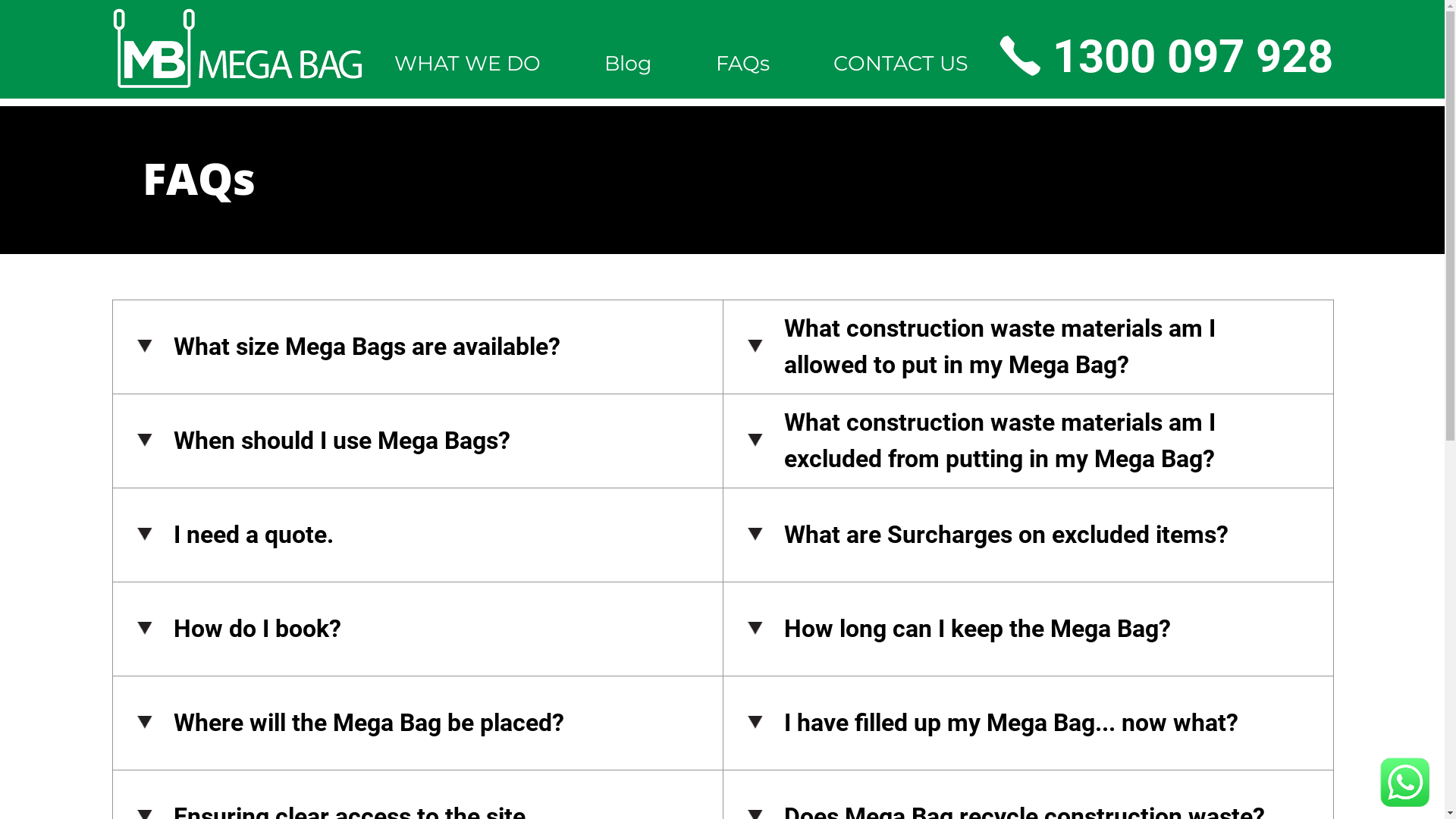  Describe the element at coordinates (418, 441) in the screenshot. I see `'When should I use Mega Bags?'` at that location.